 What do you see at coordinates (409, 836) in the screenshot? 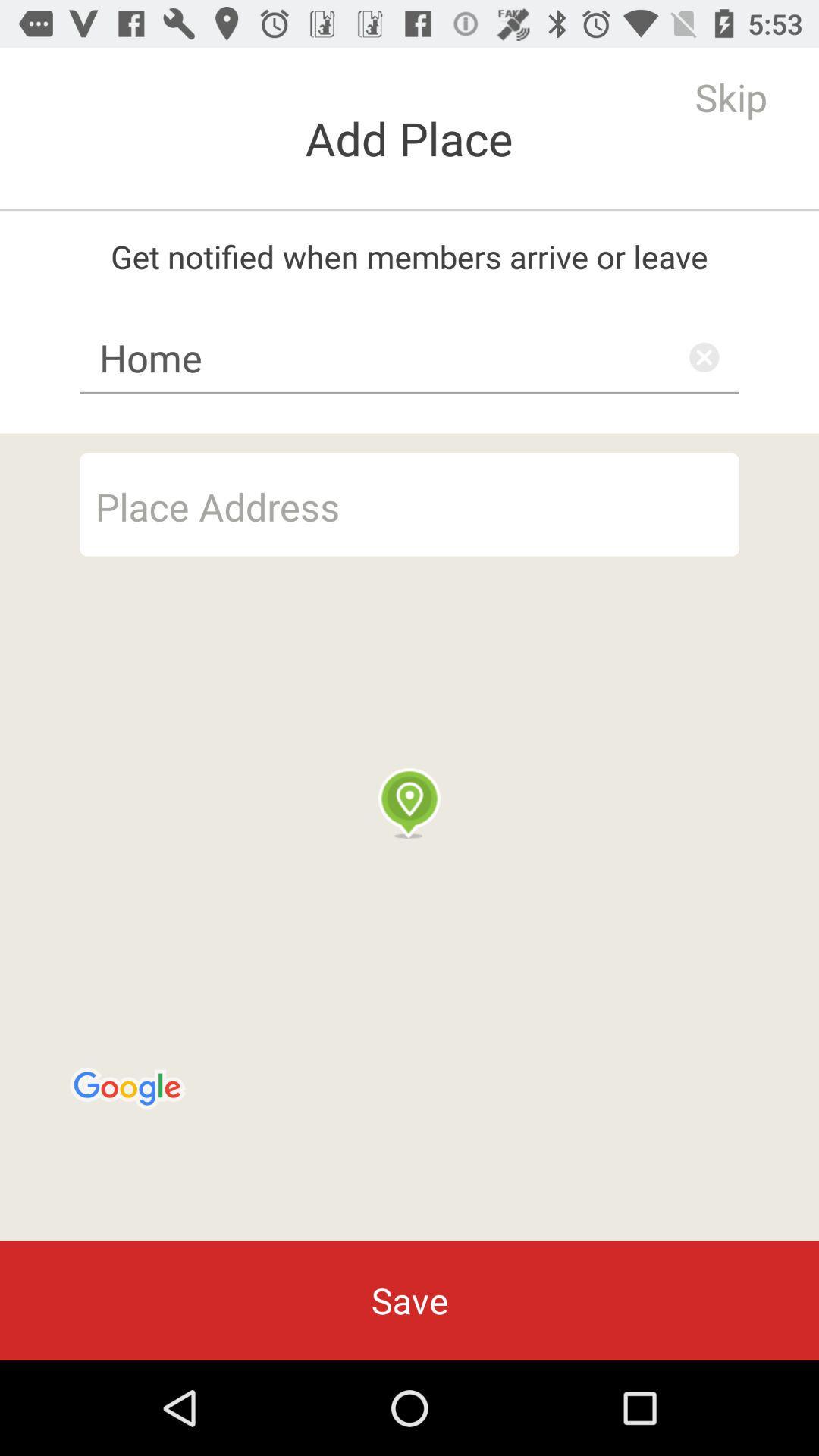
I see `the item above save icon` at bounding box center [409, 836].